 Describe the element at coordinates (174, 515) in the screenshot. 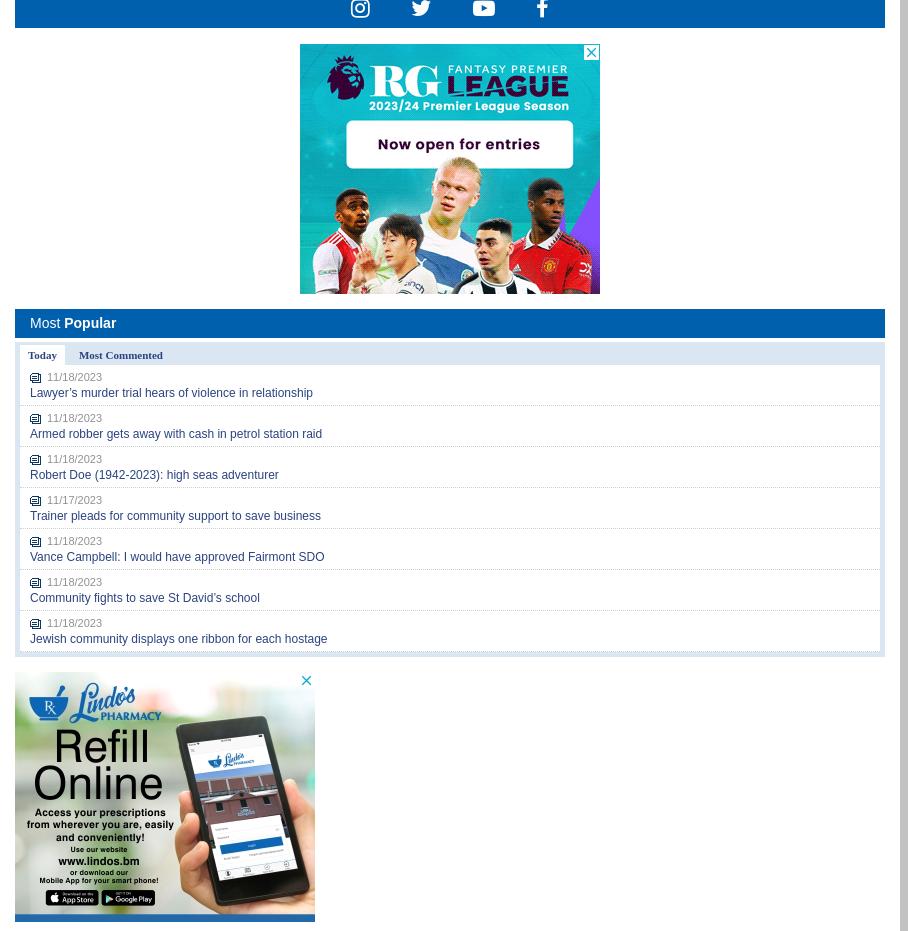

I see `'Trainer pleads for community support to save business'` at that location.